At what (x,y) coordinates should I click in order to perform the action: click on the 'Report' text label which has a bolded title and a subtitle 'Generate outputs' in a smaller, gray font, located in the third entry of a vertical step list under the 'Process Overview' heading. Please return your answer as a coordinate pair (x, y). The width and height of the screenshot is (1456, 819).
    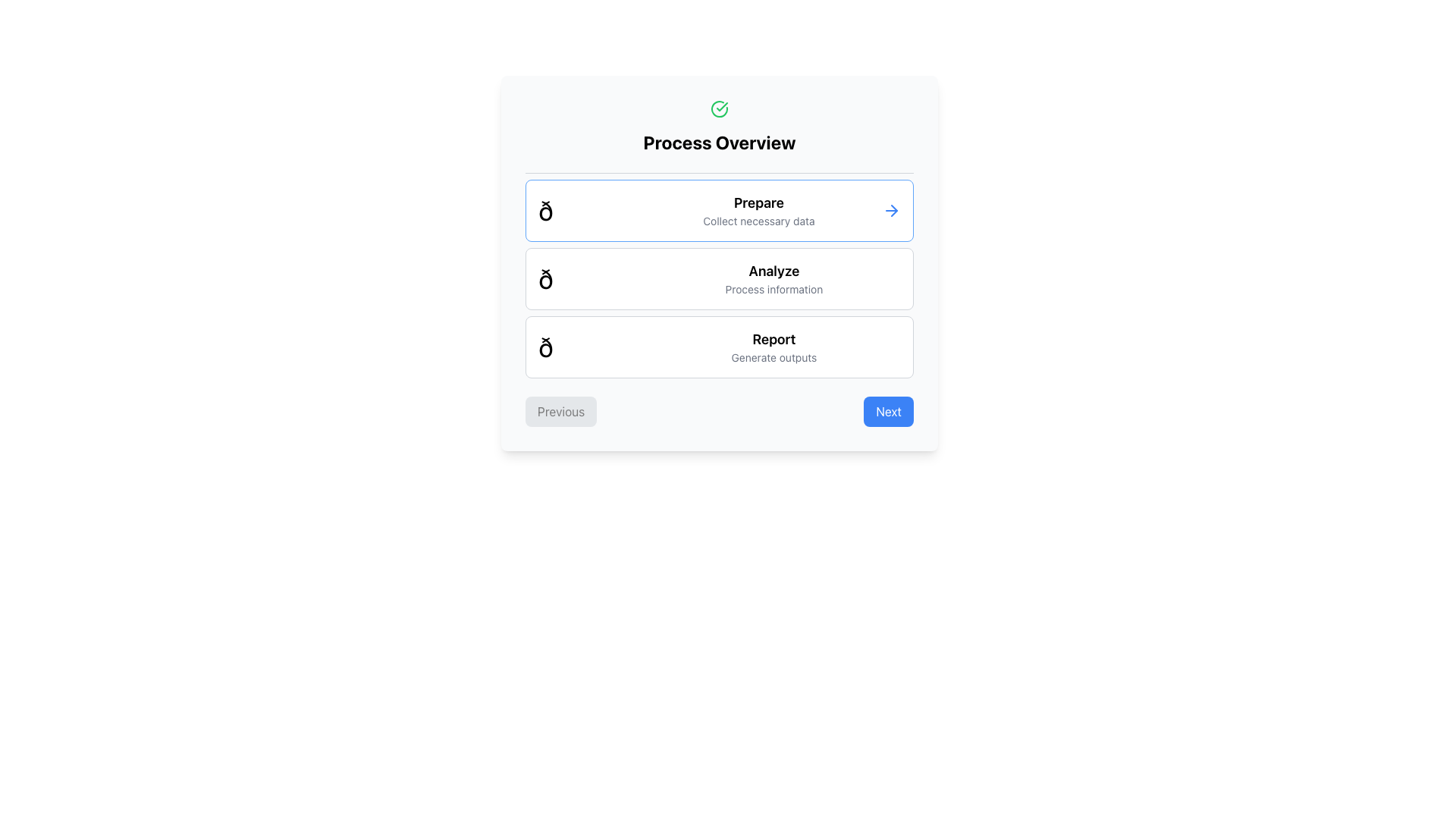
    Looking at the image, I should click on (773, 347).